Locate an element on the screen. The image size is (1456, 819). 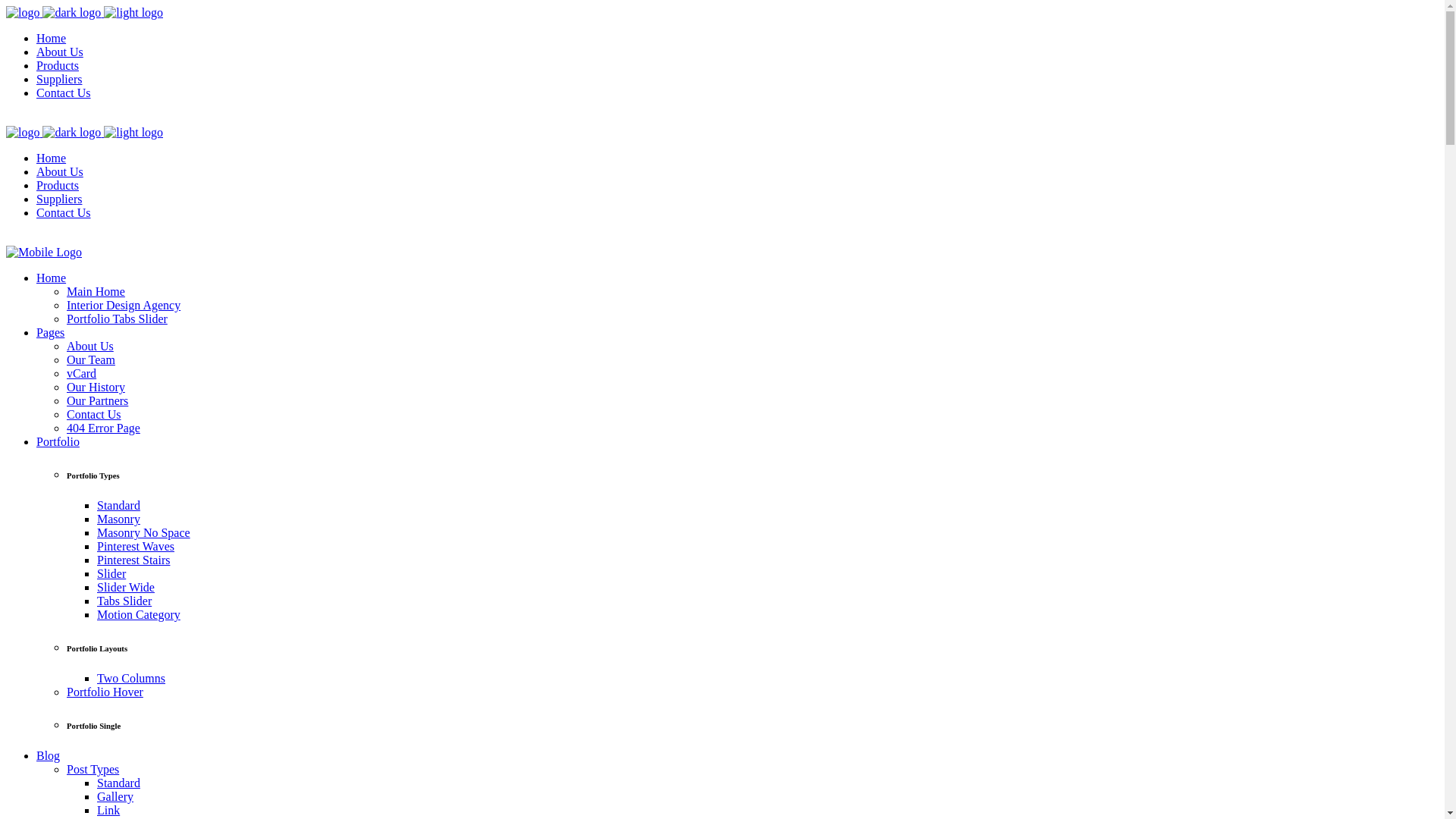
'Pinterest Stairs' is located at coordinates (133, 560).